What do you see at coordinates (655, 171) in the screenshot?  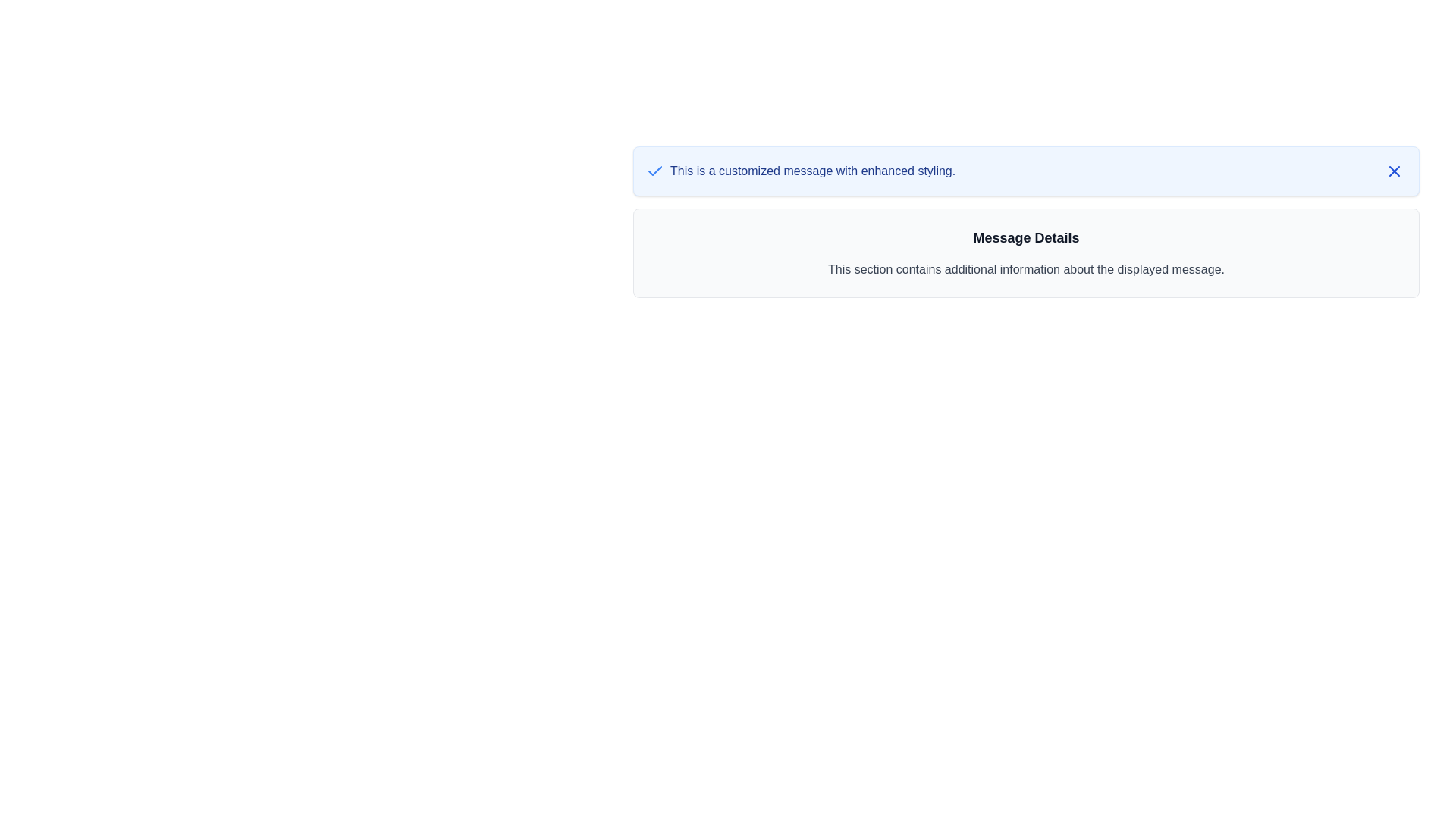 I see `the visual status indicated by the checkmark icon located to the left of the text 'This is a customized message with enhanced styling.'` at bounding box center [655, 171].